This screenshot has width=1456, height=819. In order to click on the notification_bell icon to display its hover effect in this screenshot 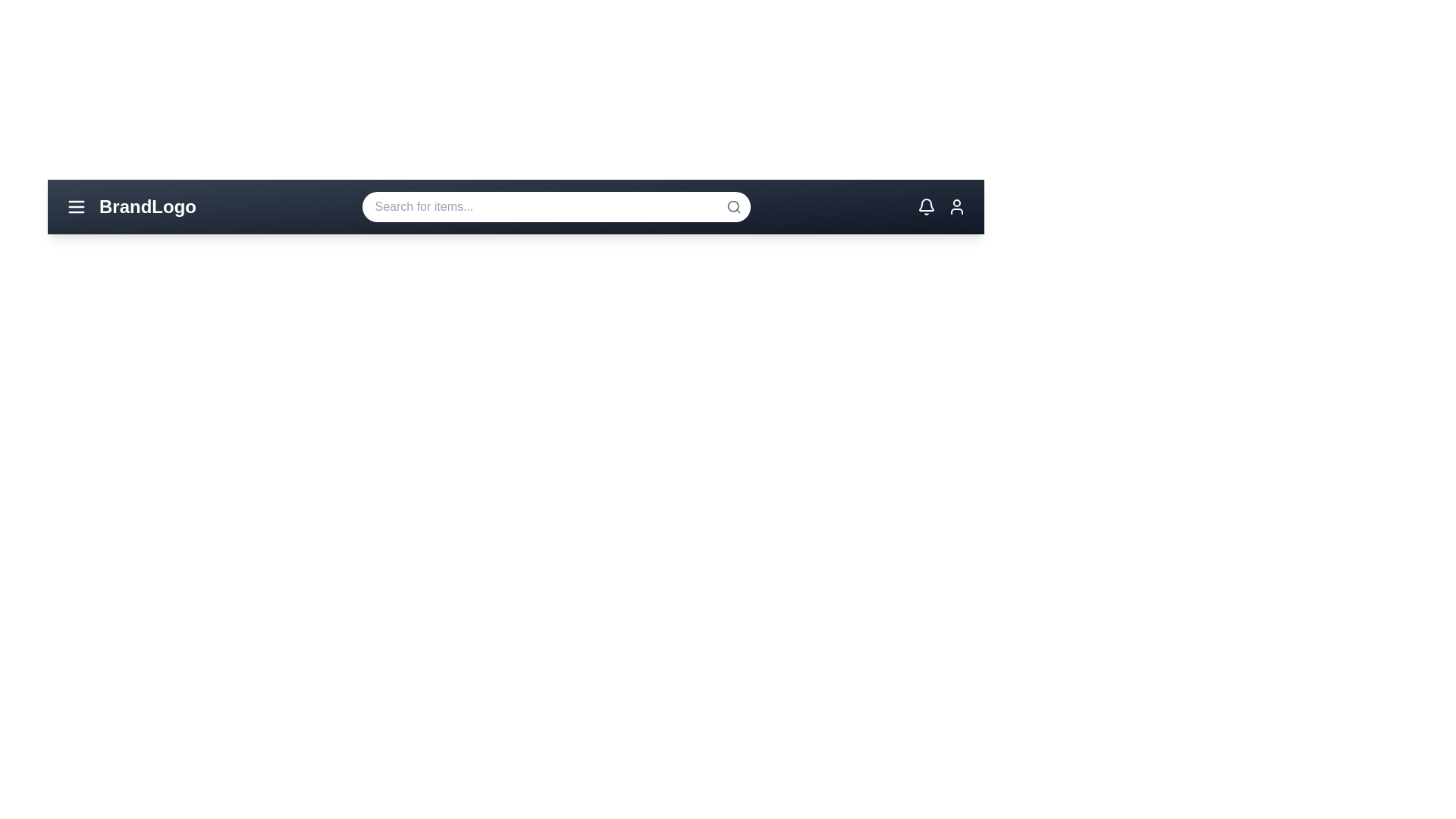, I will do `click(925, 207)`.